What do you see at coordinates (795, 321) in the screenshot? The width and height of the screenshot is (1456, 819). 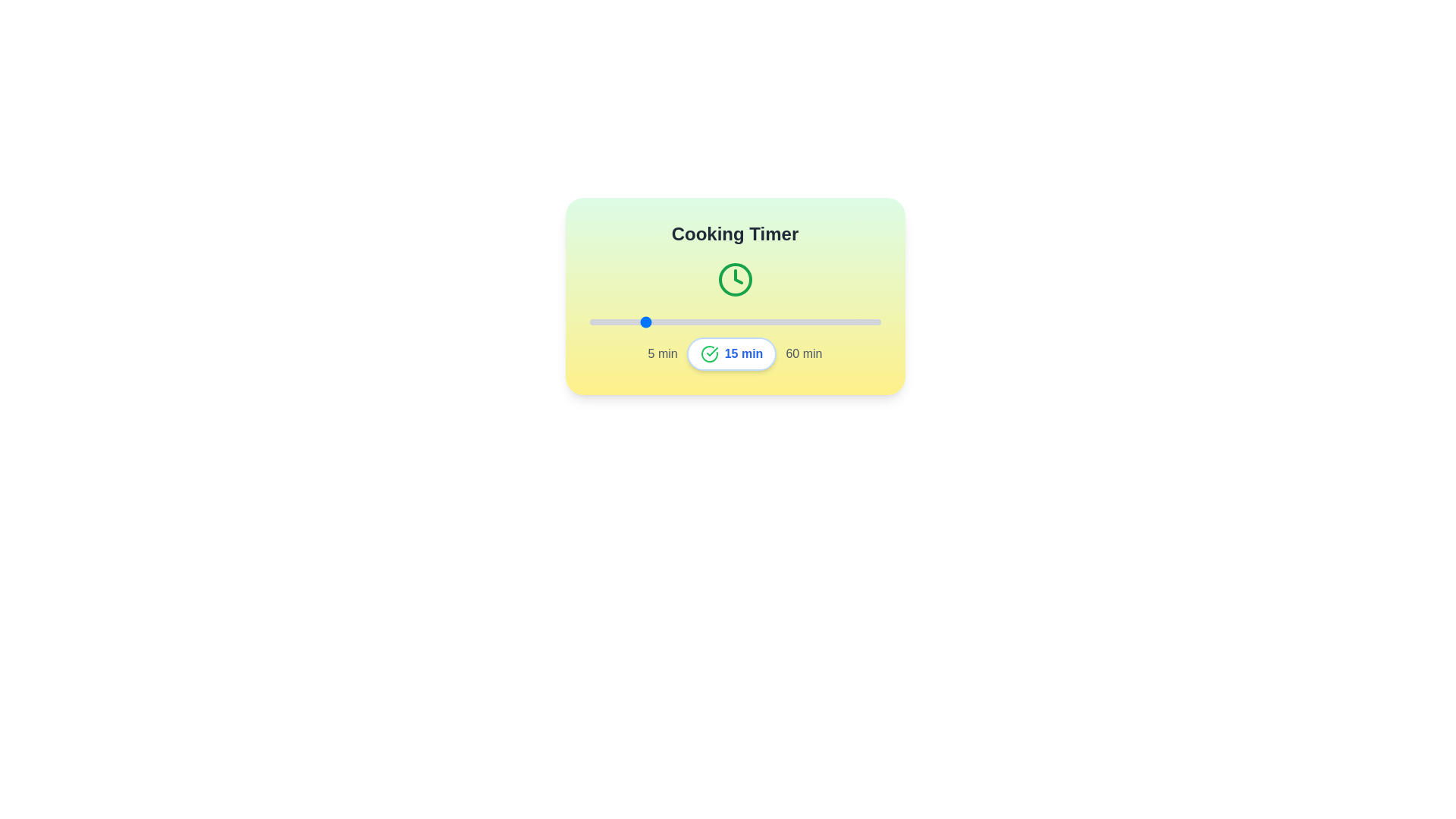 I see `the timer` at bounding box center [795, 321].